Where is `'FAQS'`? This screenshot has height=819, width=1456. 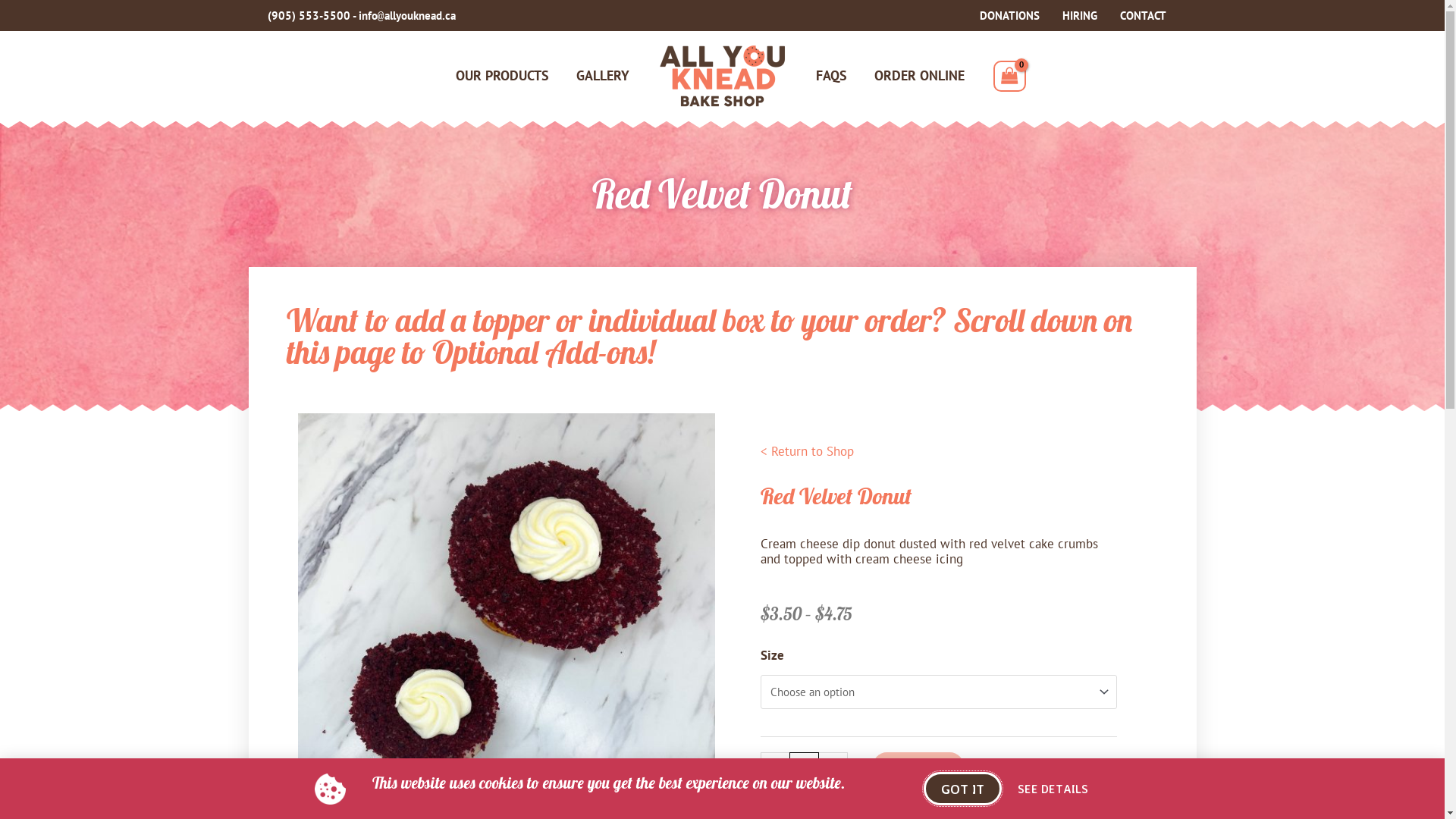 'FAQS' is located at coordinates (830, 76).